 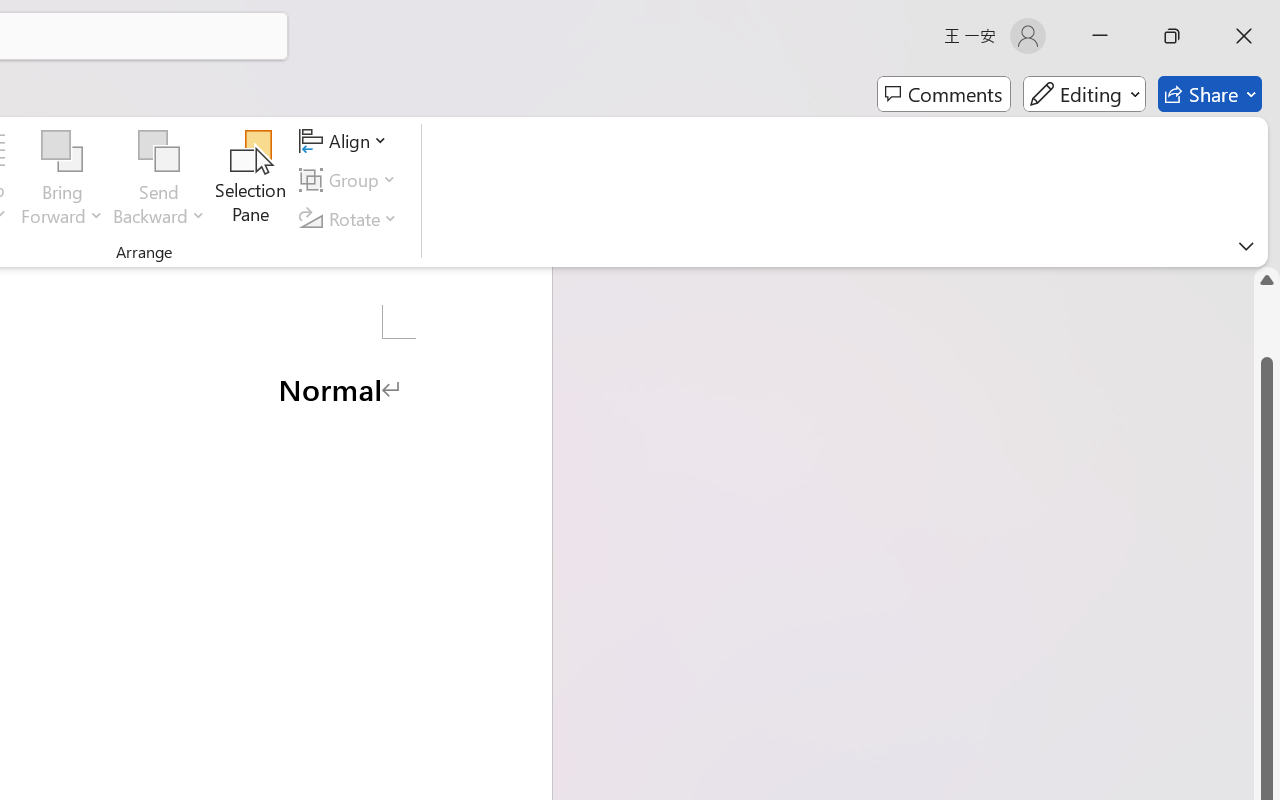 I want to click on 'Align', so click(x=346, y=141).